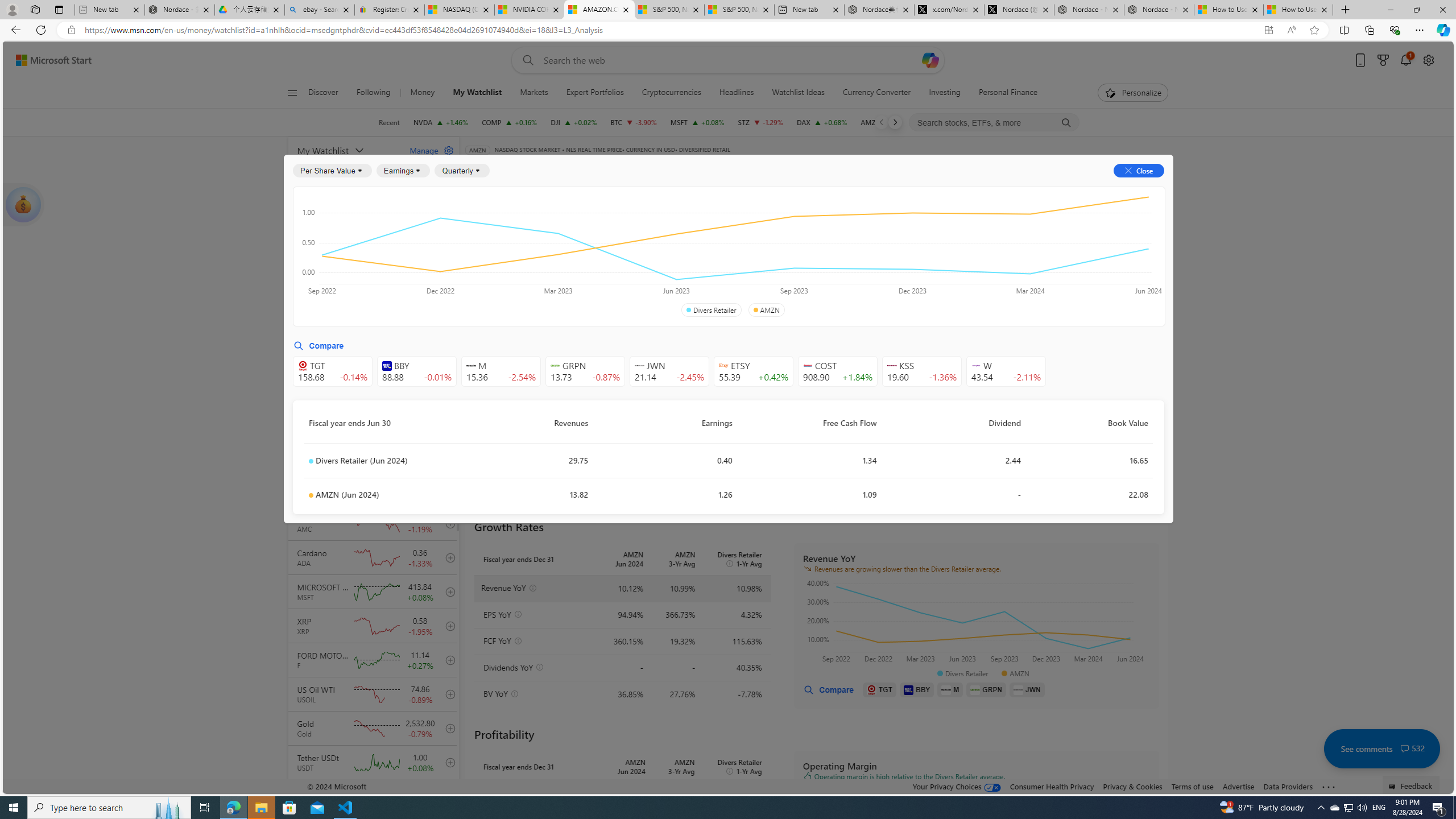  What do you see at coordinates (944, 92) in the screenshot?
I see `'Investing'` at bounding box center [944, 92].